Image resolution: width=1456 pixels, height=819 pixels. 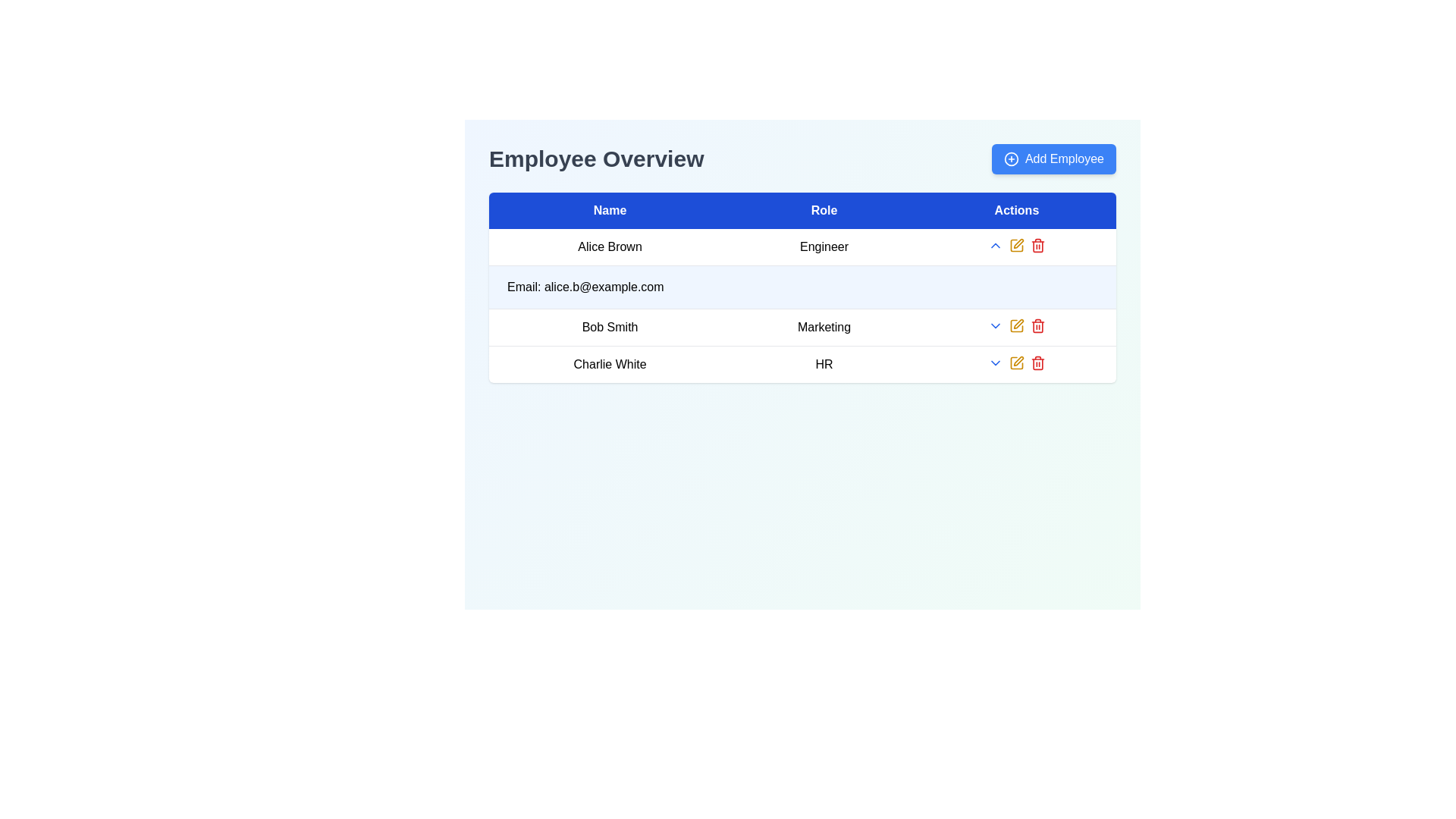 I want to click on the text display element that shows the role of the employee 'Alice Brown', located in the table row under the 'Role' column, so click(x=824, y=246).